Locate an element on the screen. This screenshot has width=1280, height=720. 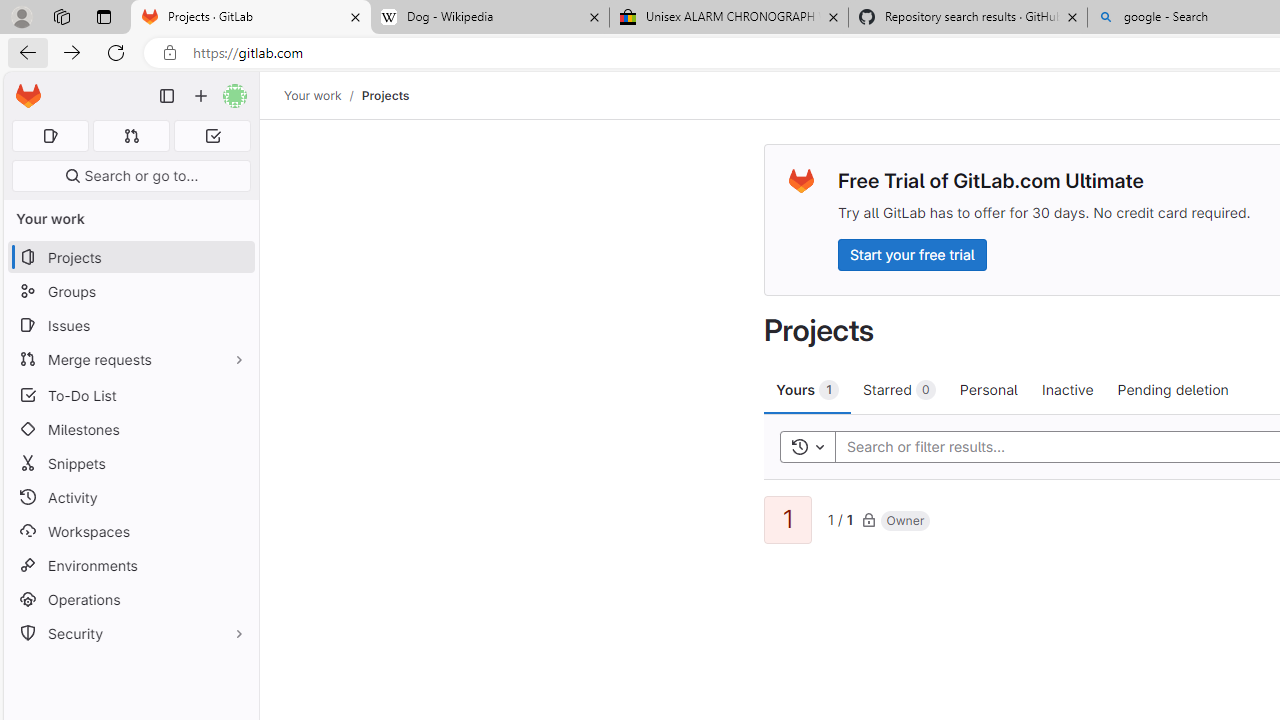
'Skip to main content' is located at coordinates (23, 86).